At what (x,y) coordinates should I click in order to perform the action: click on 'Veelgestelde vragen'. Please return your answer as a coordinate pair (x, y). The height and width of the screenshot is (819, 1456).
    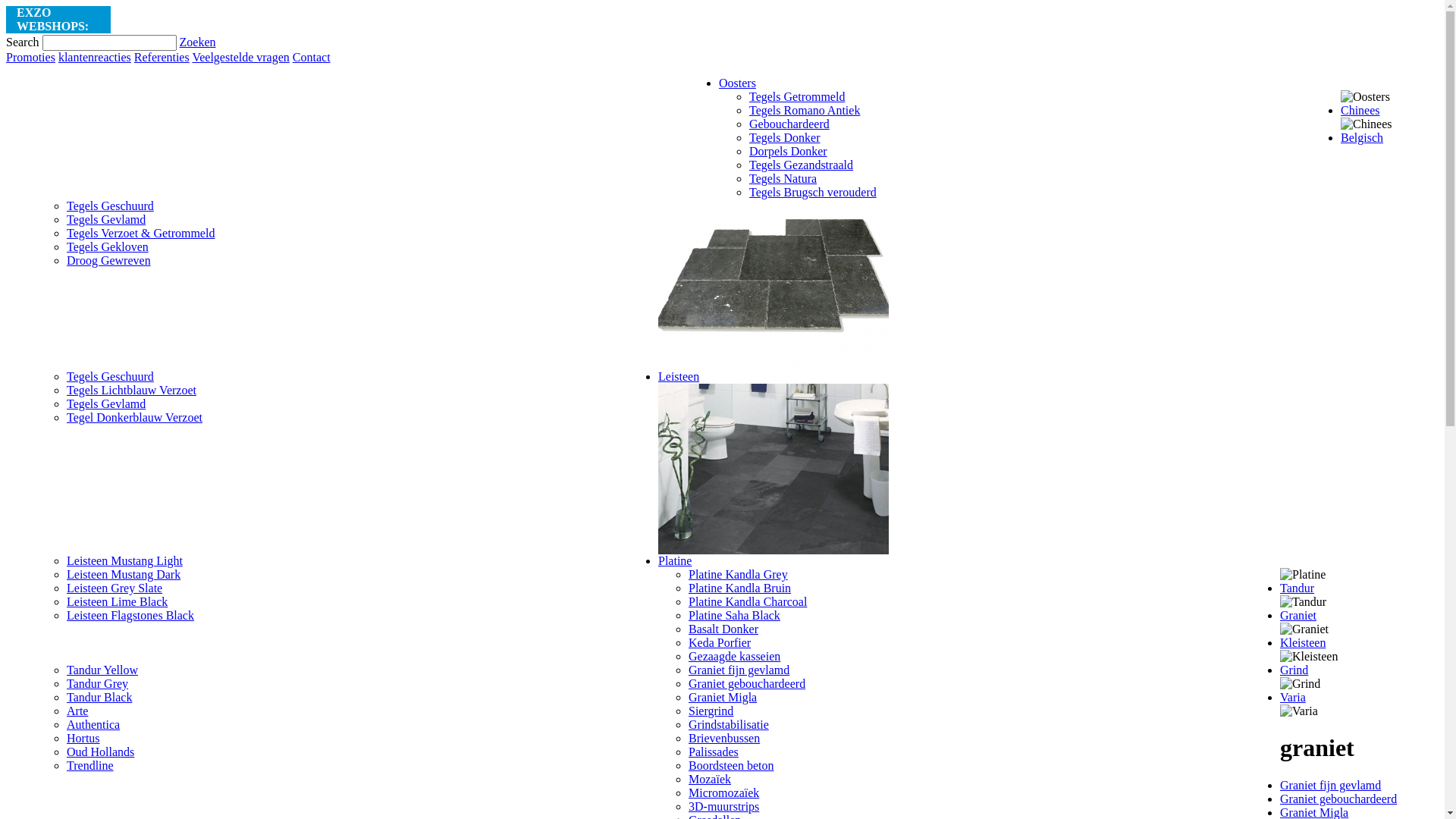
    Looking at the image, I should click on (191, 56).